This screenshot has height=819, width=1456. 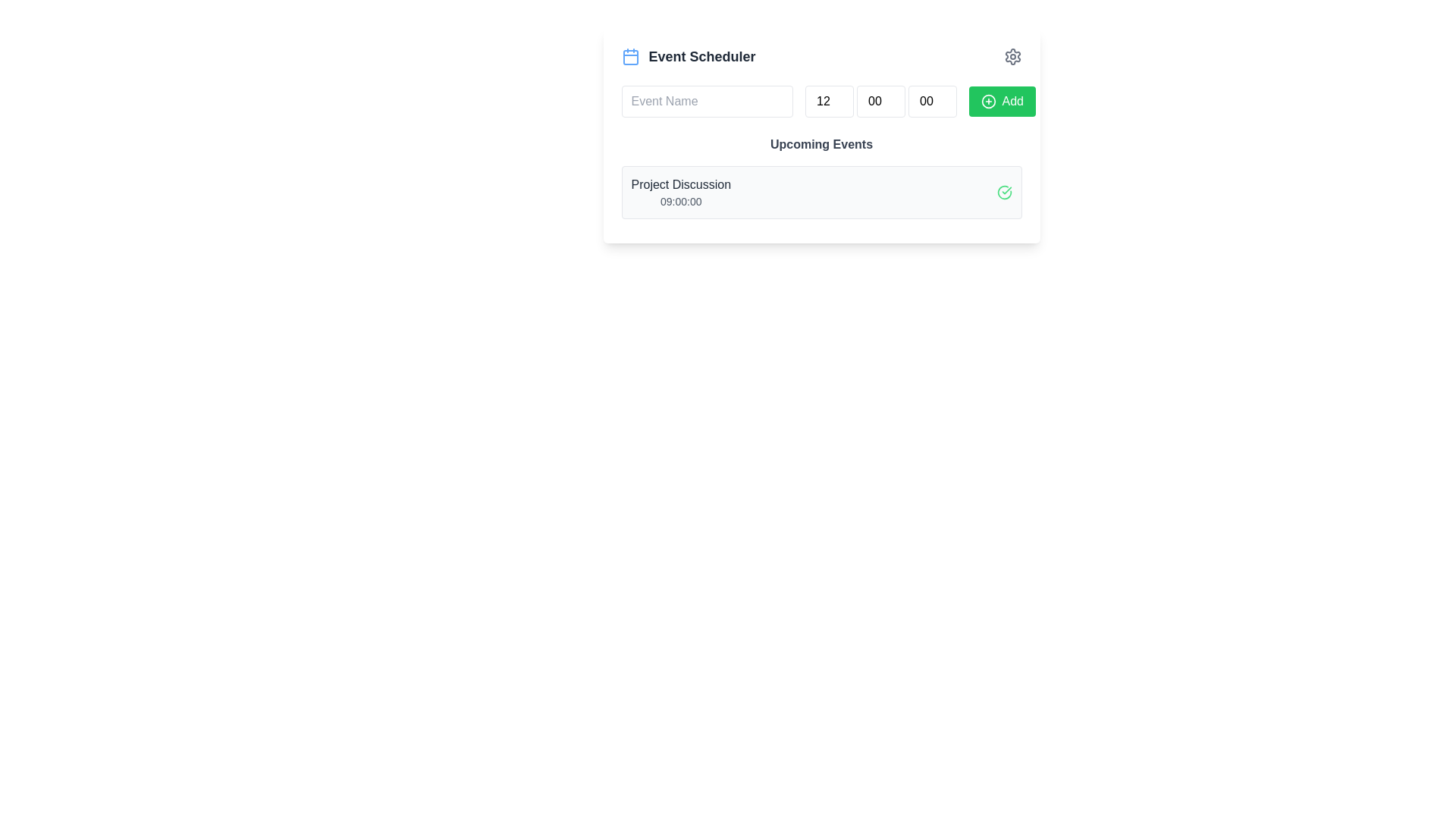 What do you see at coordinates (1012, 55) in the screenshot?
I see `the gear-shaped settings icon located at the top-right corner of the white panel, which is visually distinct with a circular center and pointed edges resembling a cogwheel` at bounding box center [1012, 55].